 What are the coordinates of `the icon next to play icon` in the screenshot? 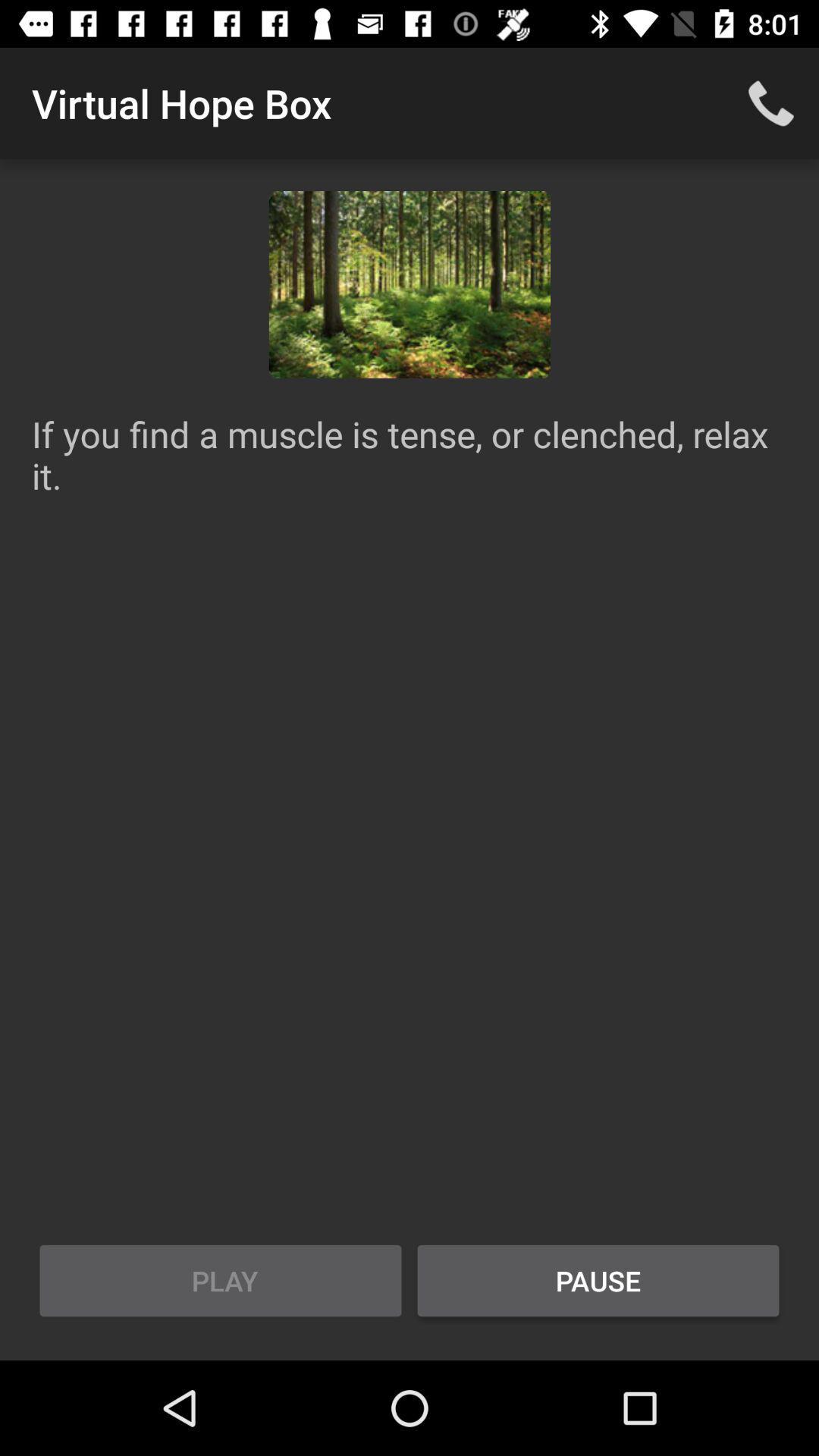 It's located at (598, 1280).